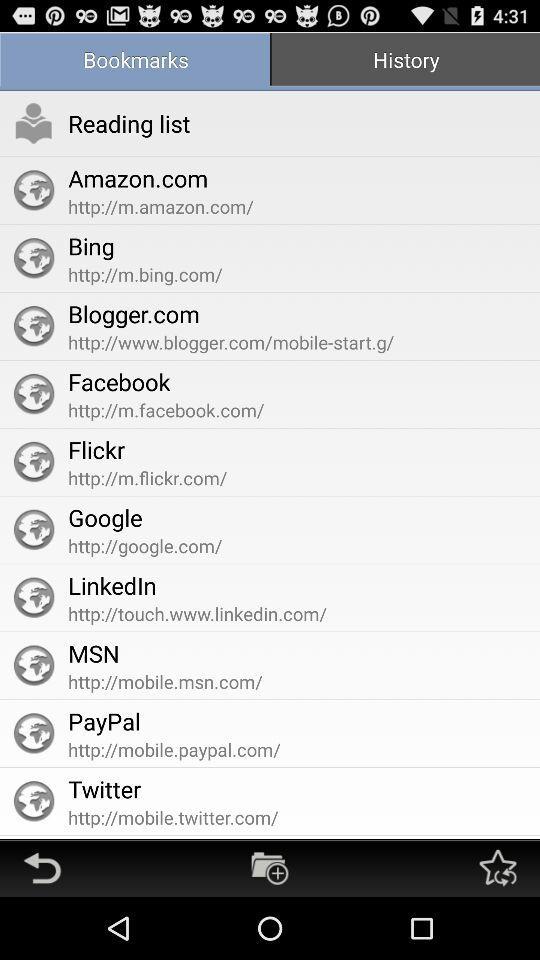 The width and height of the screenshot is (540, 960). What do you see at coordinates (33, 122) in the screenshot?
I see `the app to the left of reading list icon` at bounding box center [33, 122].